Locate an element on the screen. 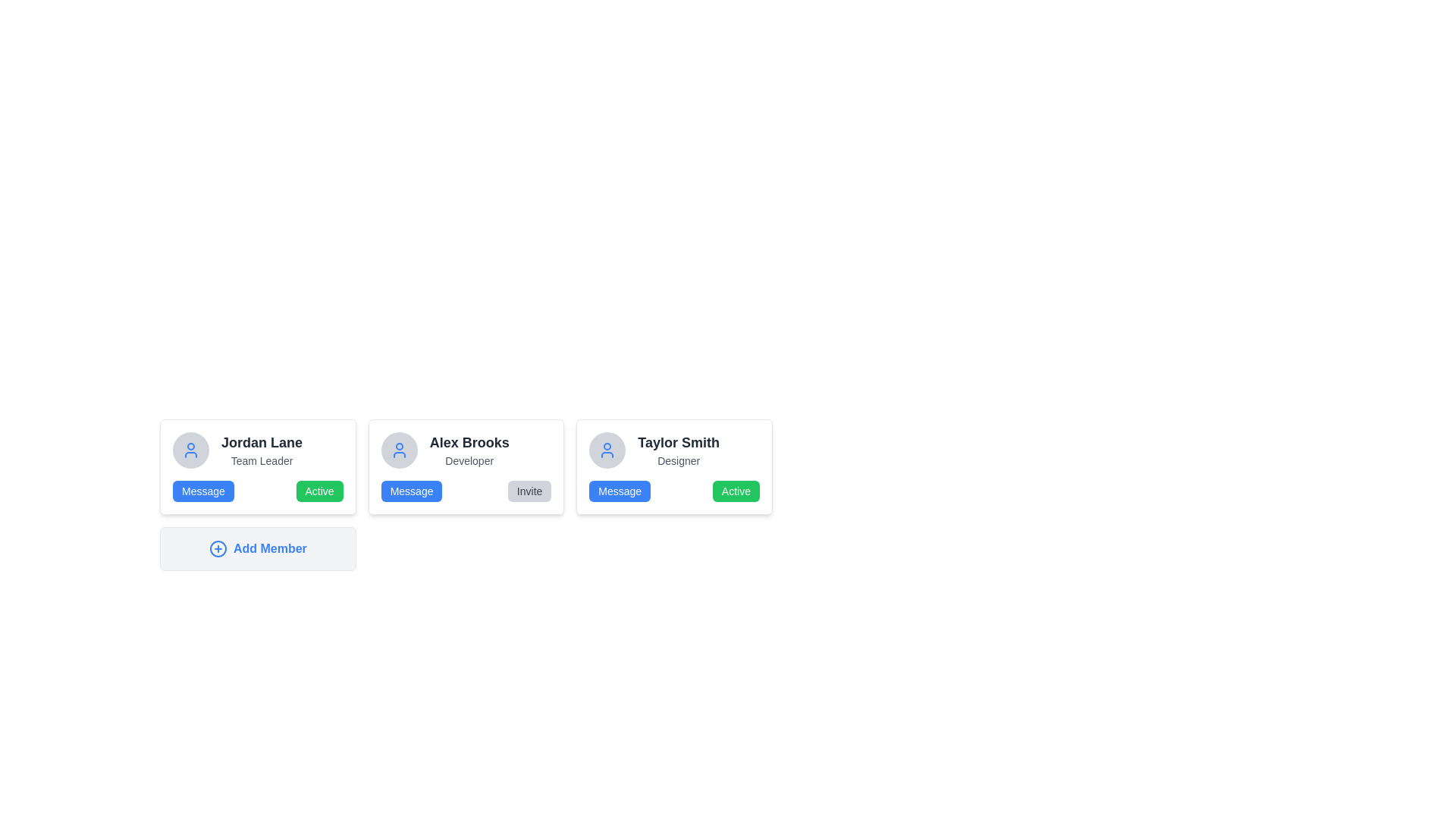 The height and width of the screenshot is (819, 1456). the textual label displaying 'Alex Brooks' and 'Developer' is located at coordinates (469, 450).